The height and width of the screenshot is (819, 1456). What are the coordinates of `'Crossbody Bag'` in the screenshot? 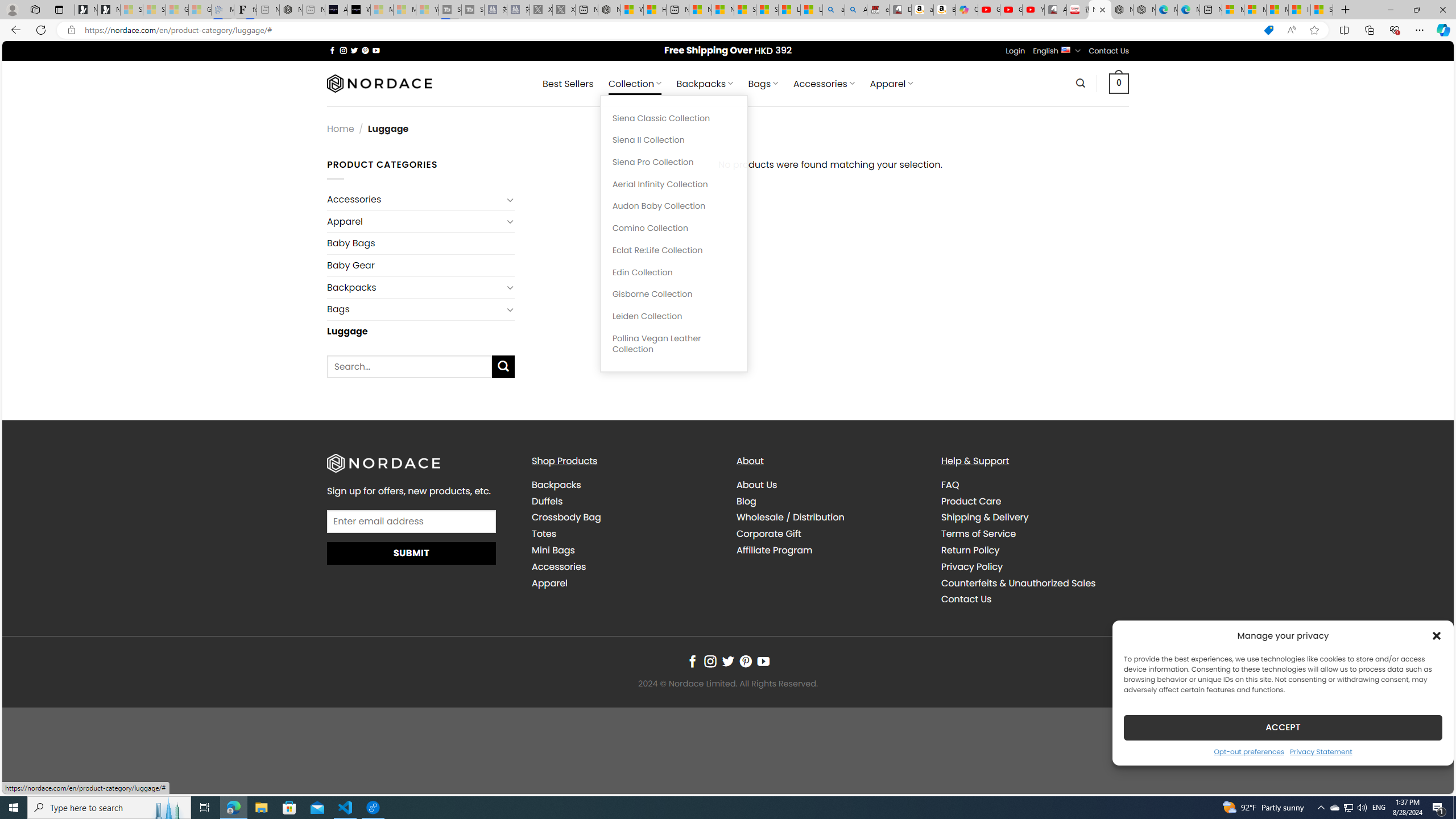 It's located at (565, 517).